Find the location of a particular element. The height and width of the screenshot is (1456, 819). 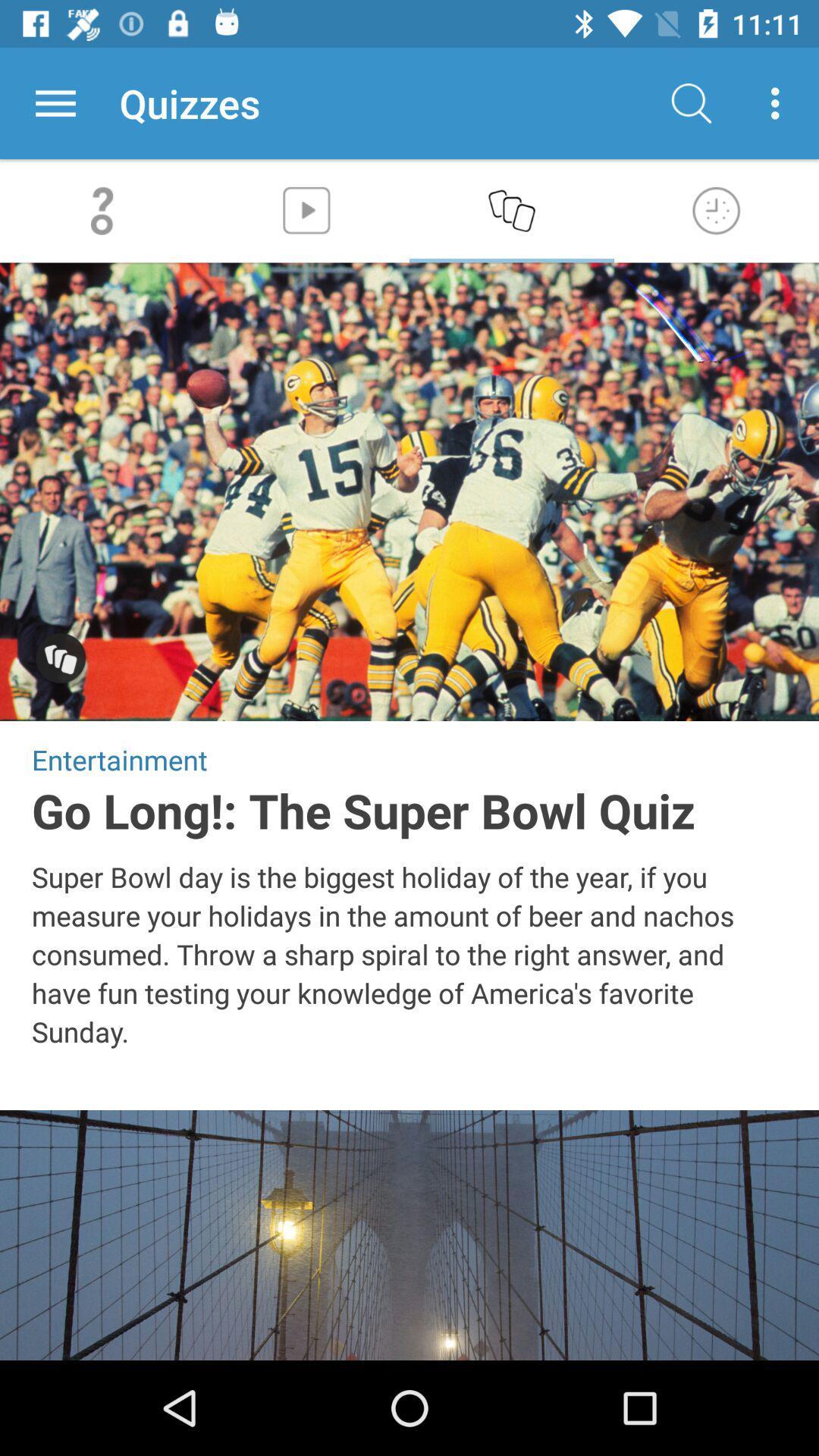

the app next to quizzes is located at coordinates (55, 102).